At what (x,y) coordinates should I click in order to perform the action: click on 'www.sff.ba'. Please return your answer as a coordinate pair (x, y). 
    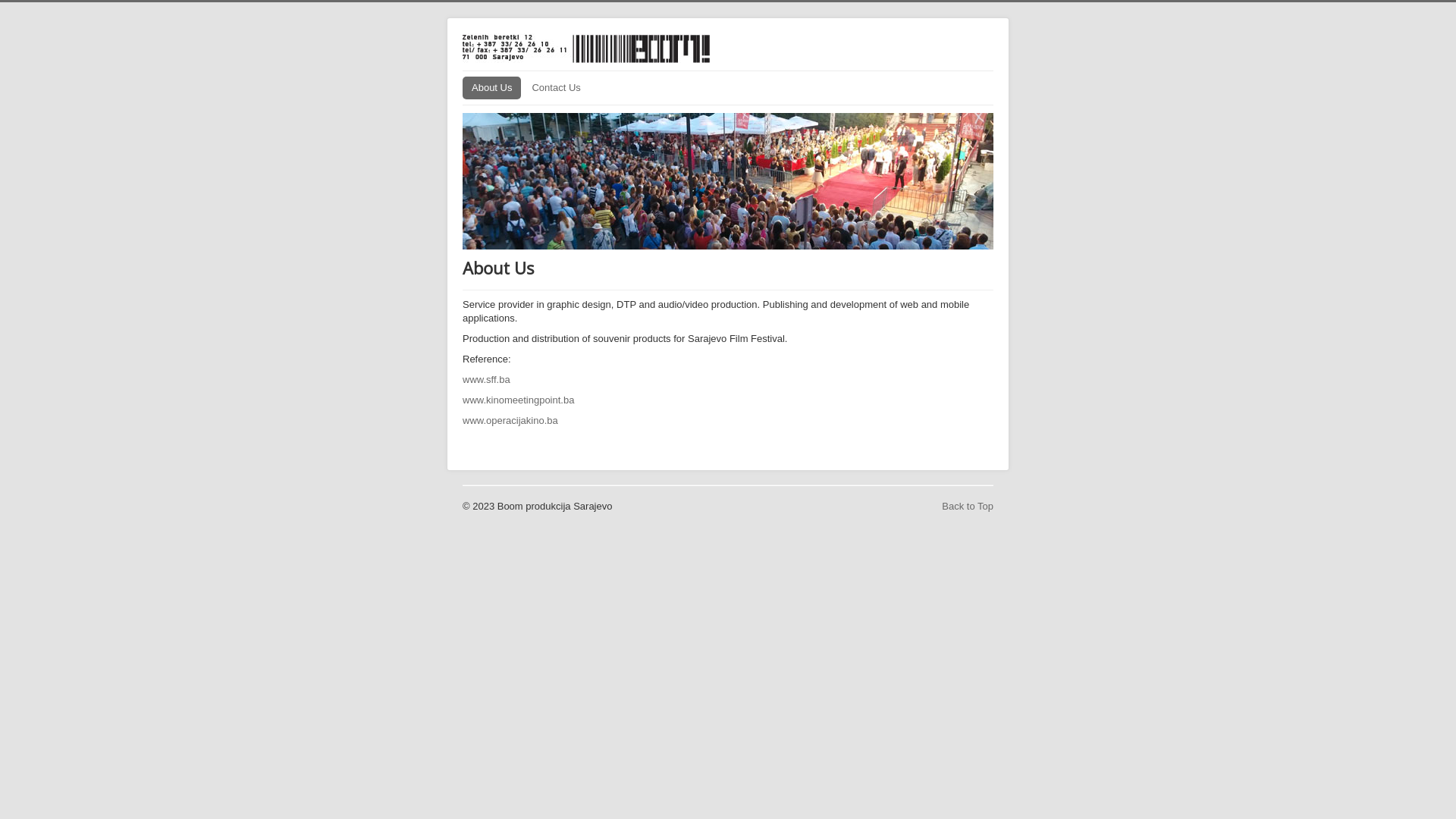
    Looking at the image, I should click on (486, 378).